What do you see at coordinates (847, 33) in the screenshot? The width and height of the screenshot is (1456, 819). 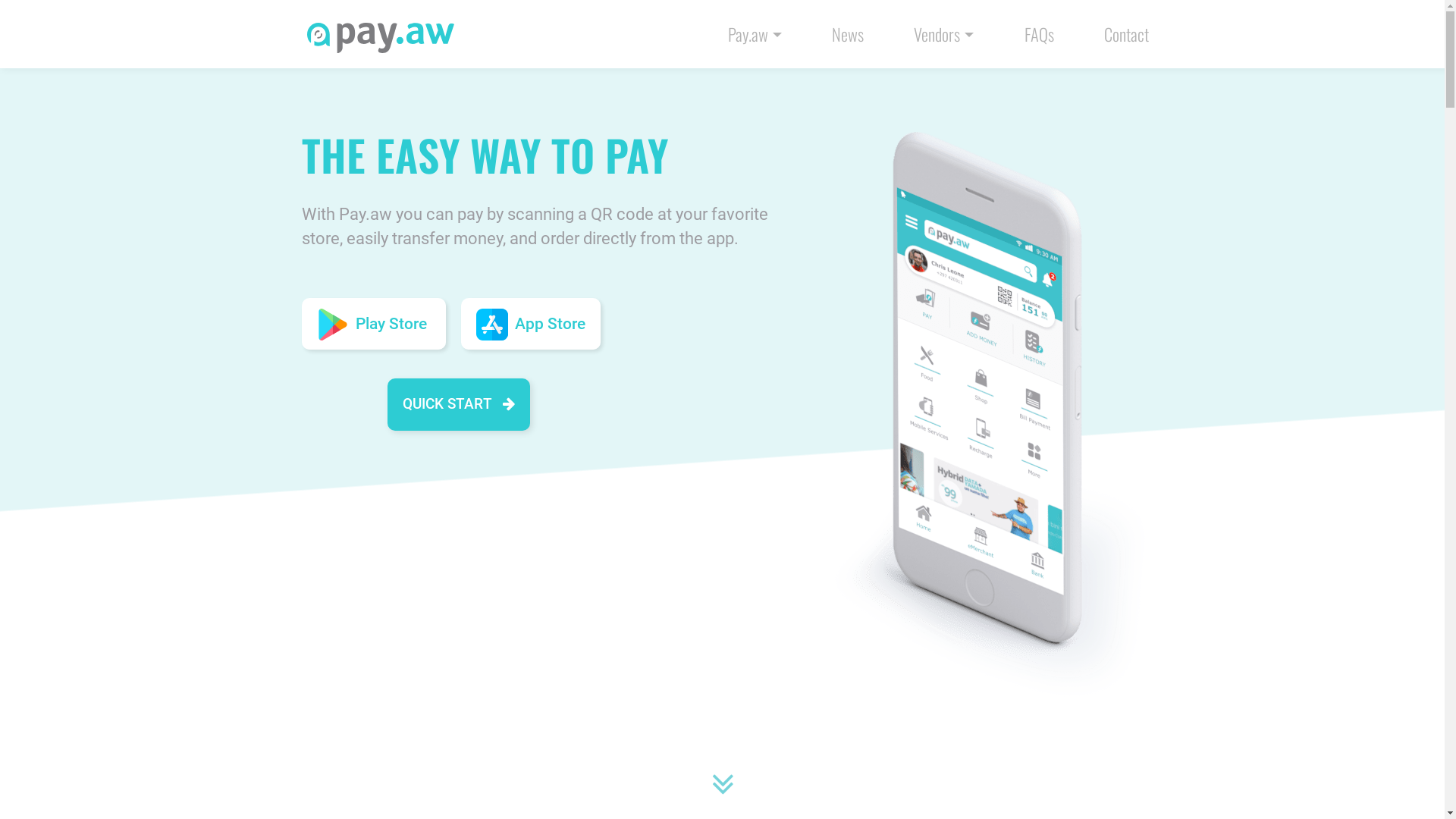 I see `'News'` at bounding box center [847, 33].